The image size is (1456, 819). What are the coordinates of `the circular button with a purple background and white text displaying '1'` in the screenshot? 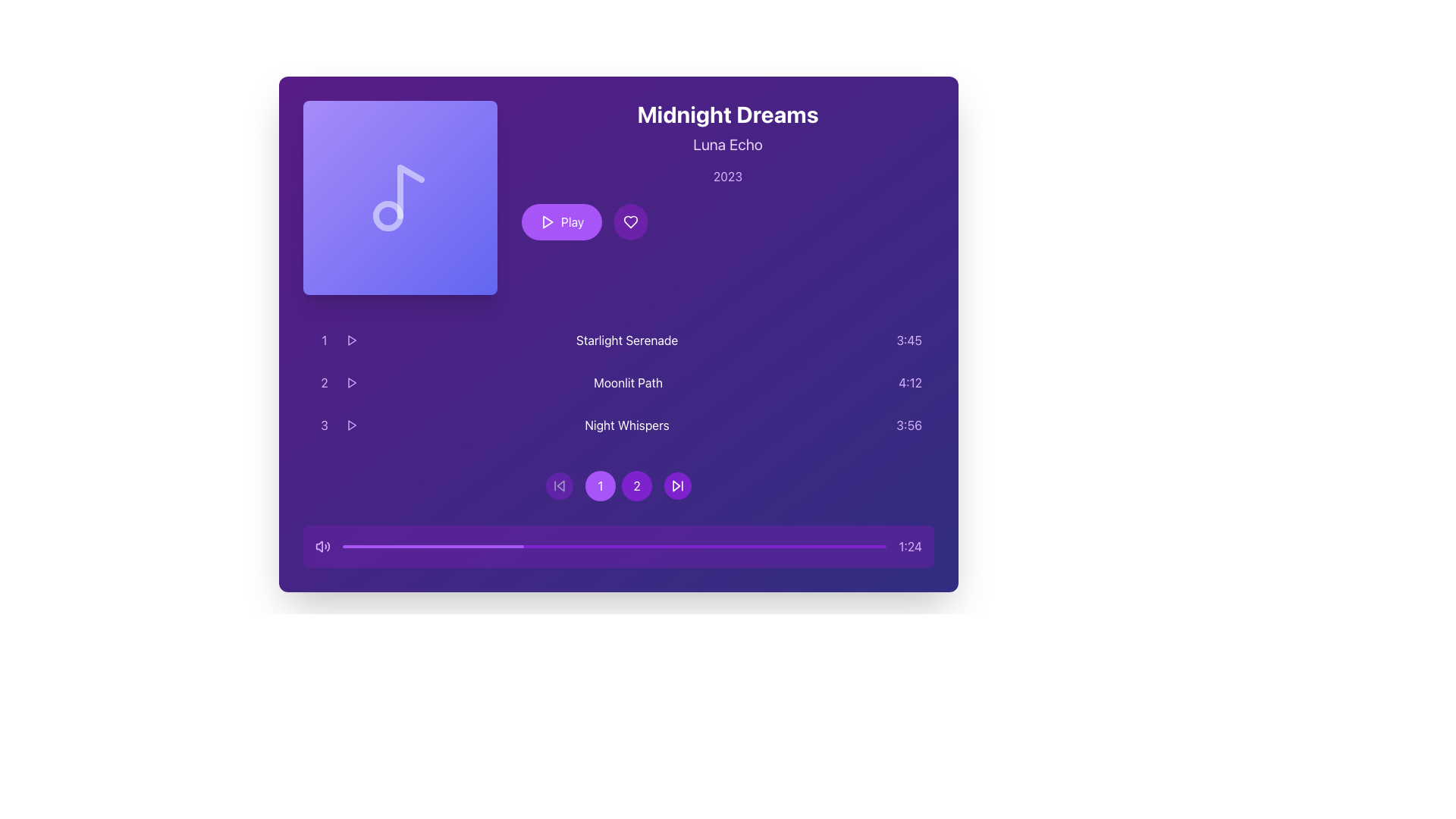 It's located at (600, 485).